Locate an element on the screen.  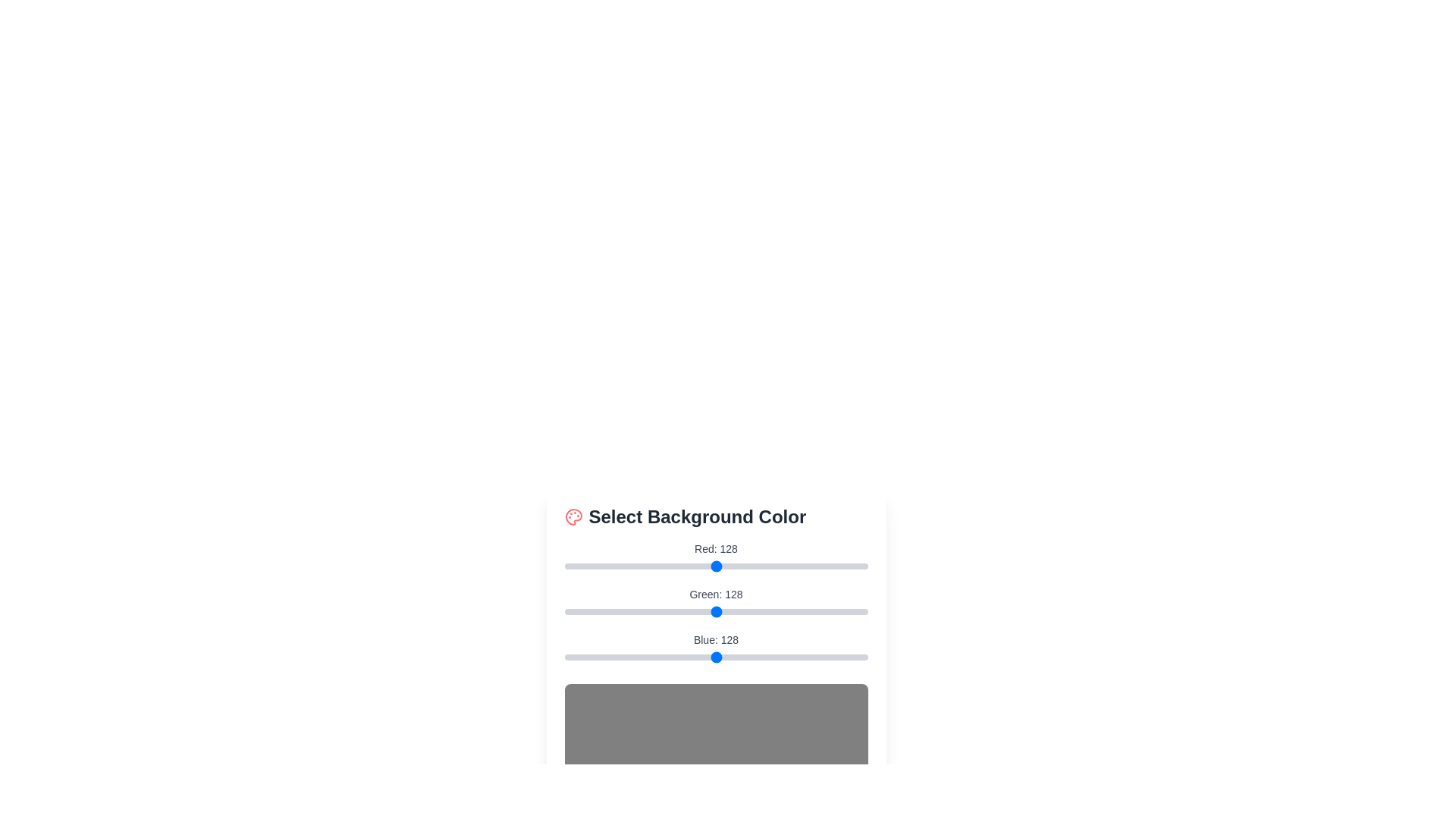
the red slider to 240 to adjust the red component of the background color is located at coordinates (849, 566).